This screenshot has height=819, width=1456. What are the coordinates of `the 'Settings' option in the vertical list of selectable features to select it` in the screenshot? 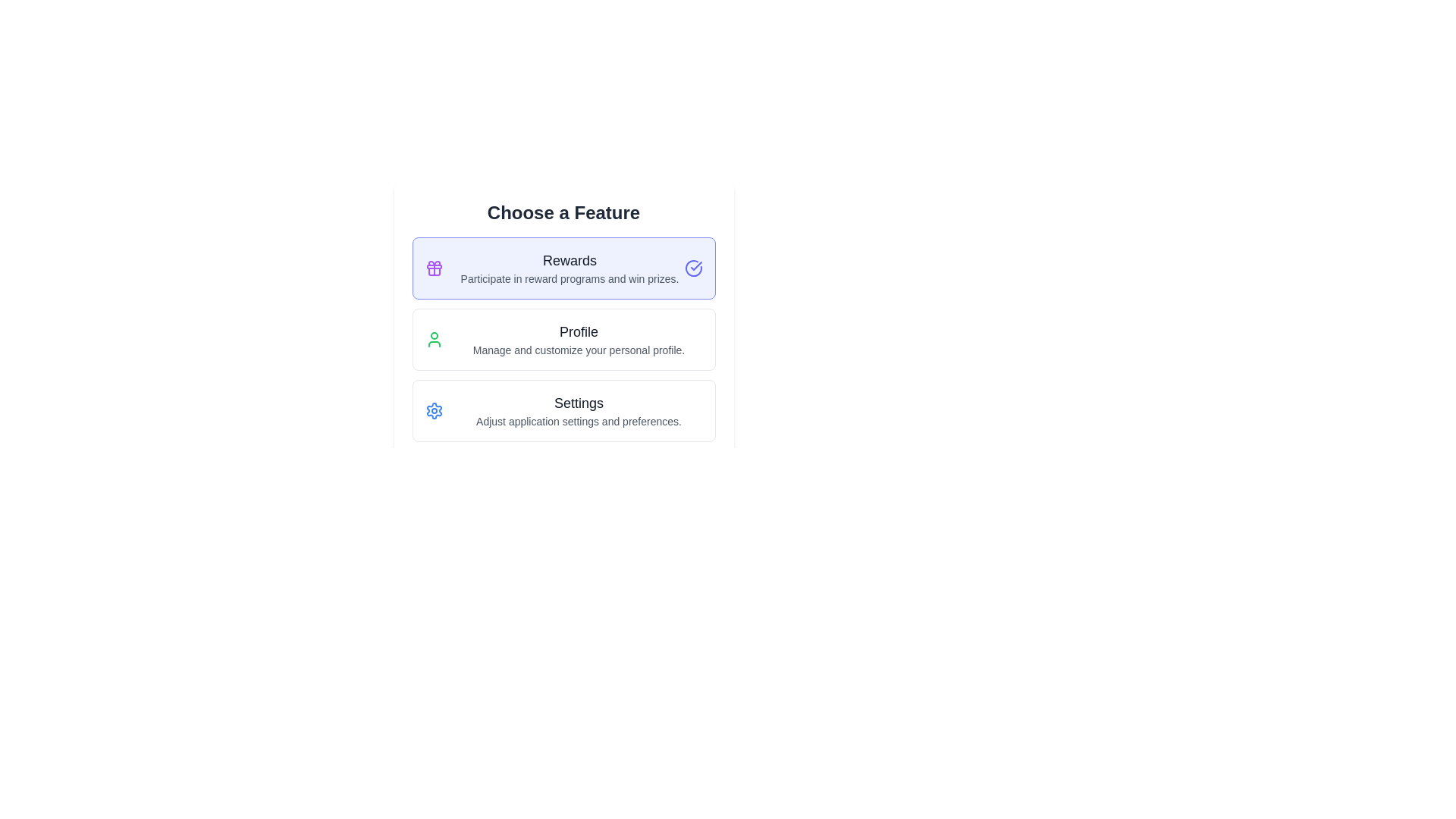 It's located at (578, 411).